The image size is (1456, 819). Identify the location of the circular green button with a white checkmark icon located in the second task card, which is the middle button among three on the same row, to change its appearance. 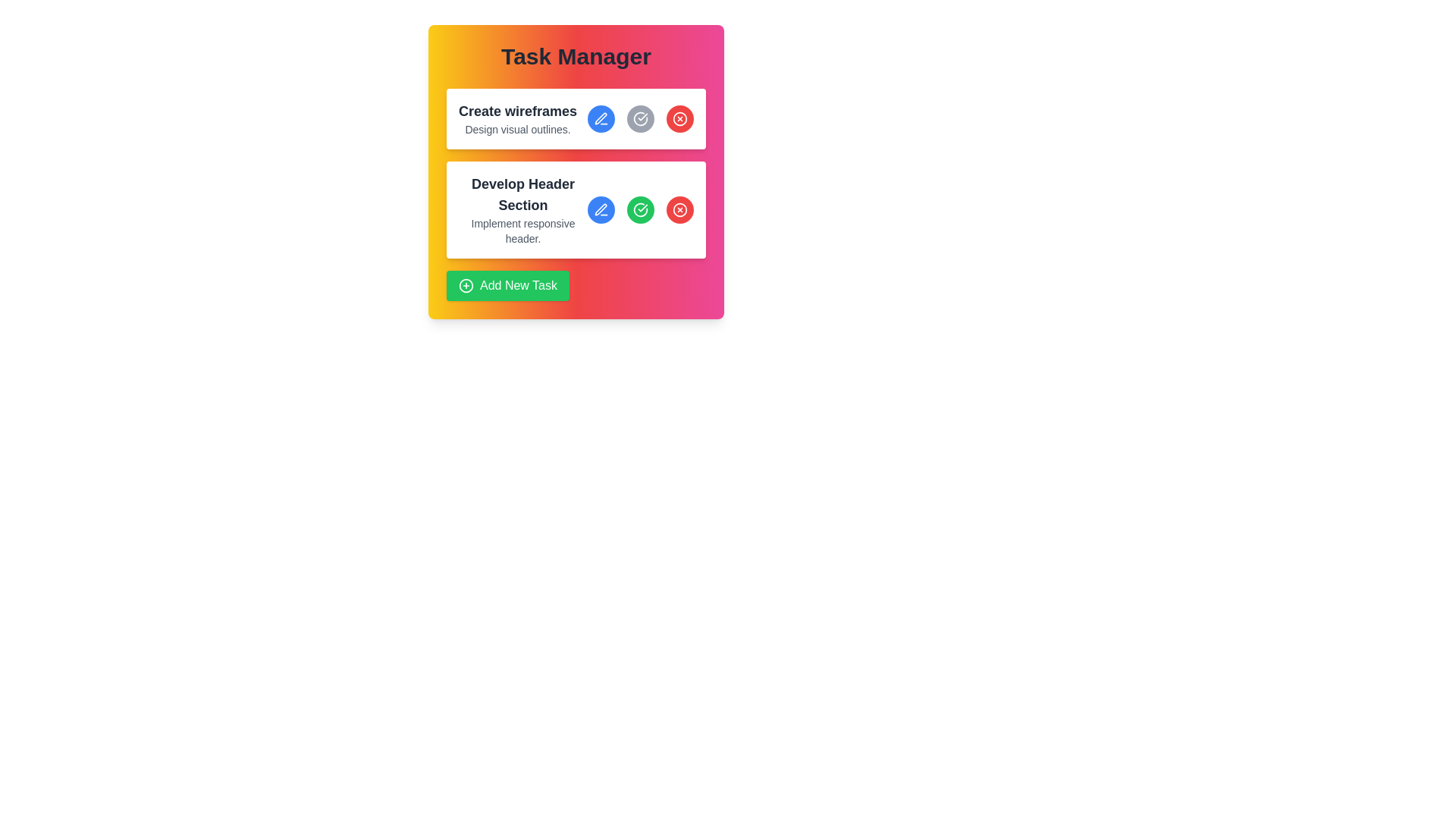
(640, 210).